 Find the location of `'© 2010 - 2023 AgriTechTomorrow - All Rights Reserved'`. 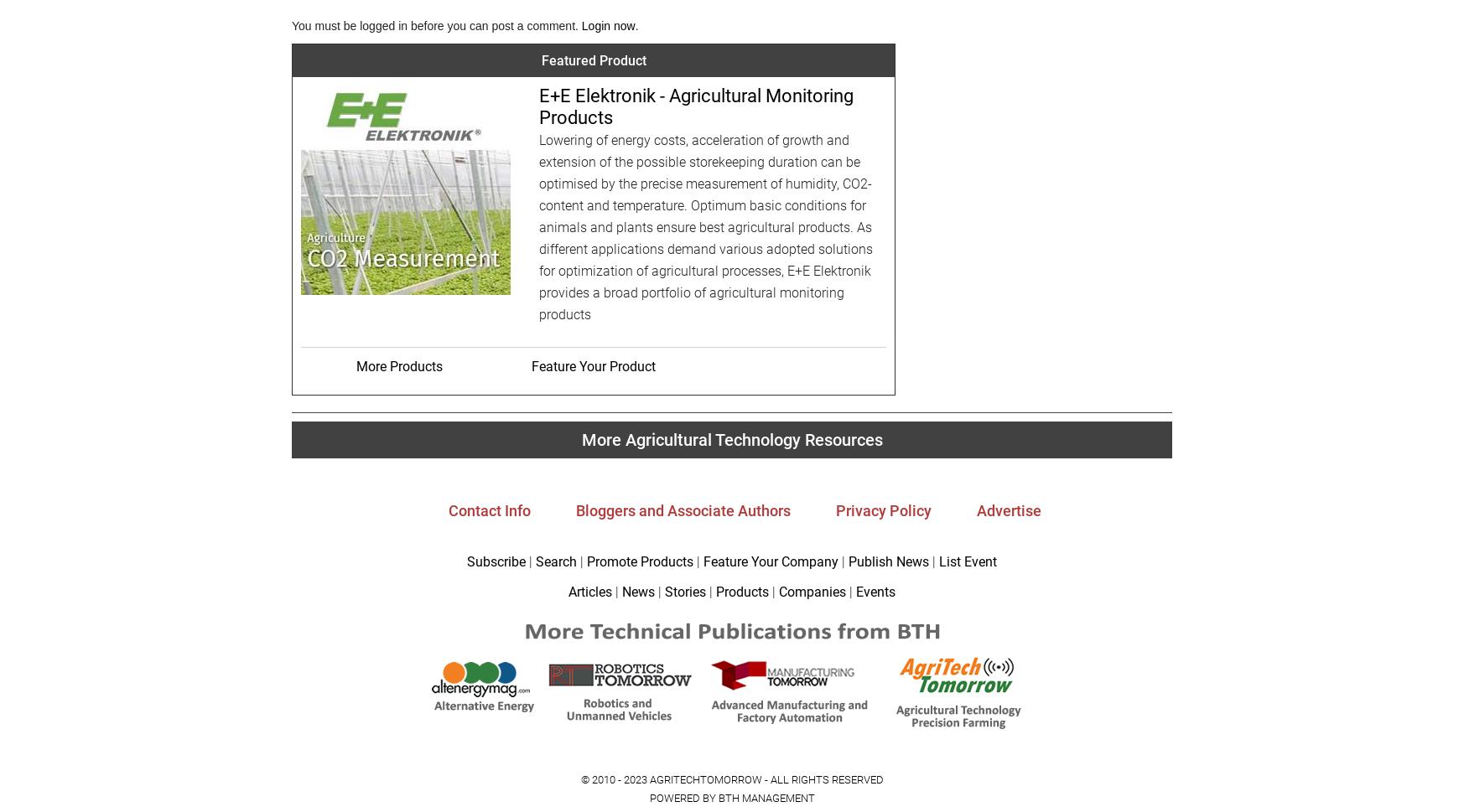

'© 2010 - 2023 AgriTechTomorrow - All Rights Reserved' is located at coordinates (579, 778).